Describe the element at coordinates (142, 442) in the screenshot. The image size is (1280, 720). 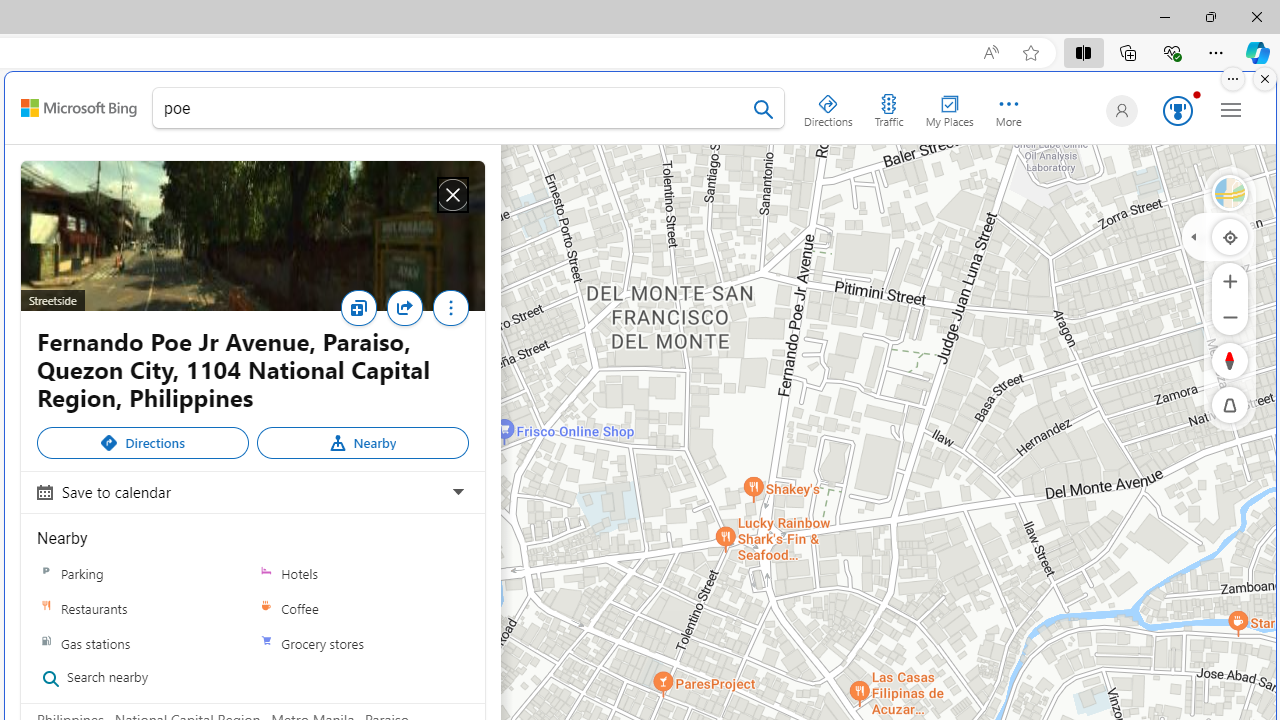
I see `'Directions'` at that location.